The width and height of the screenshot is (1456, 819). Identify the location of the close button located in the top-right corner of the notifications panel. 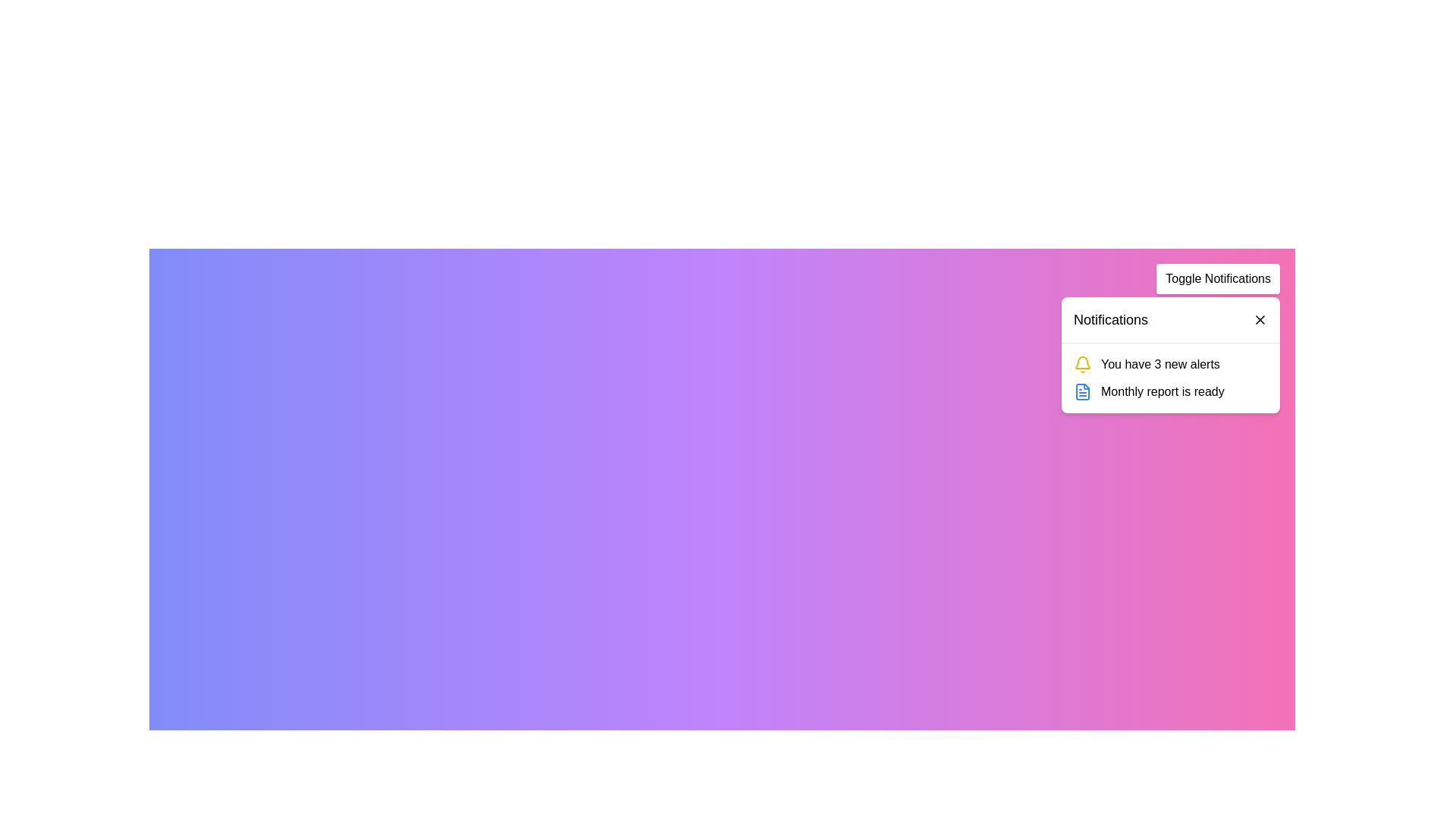
(1260, 318).